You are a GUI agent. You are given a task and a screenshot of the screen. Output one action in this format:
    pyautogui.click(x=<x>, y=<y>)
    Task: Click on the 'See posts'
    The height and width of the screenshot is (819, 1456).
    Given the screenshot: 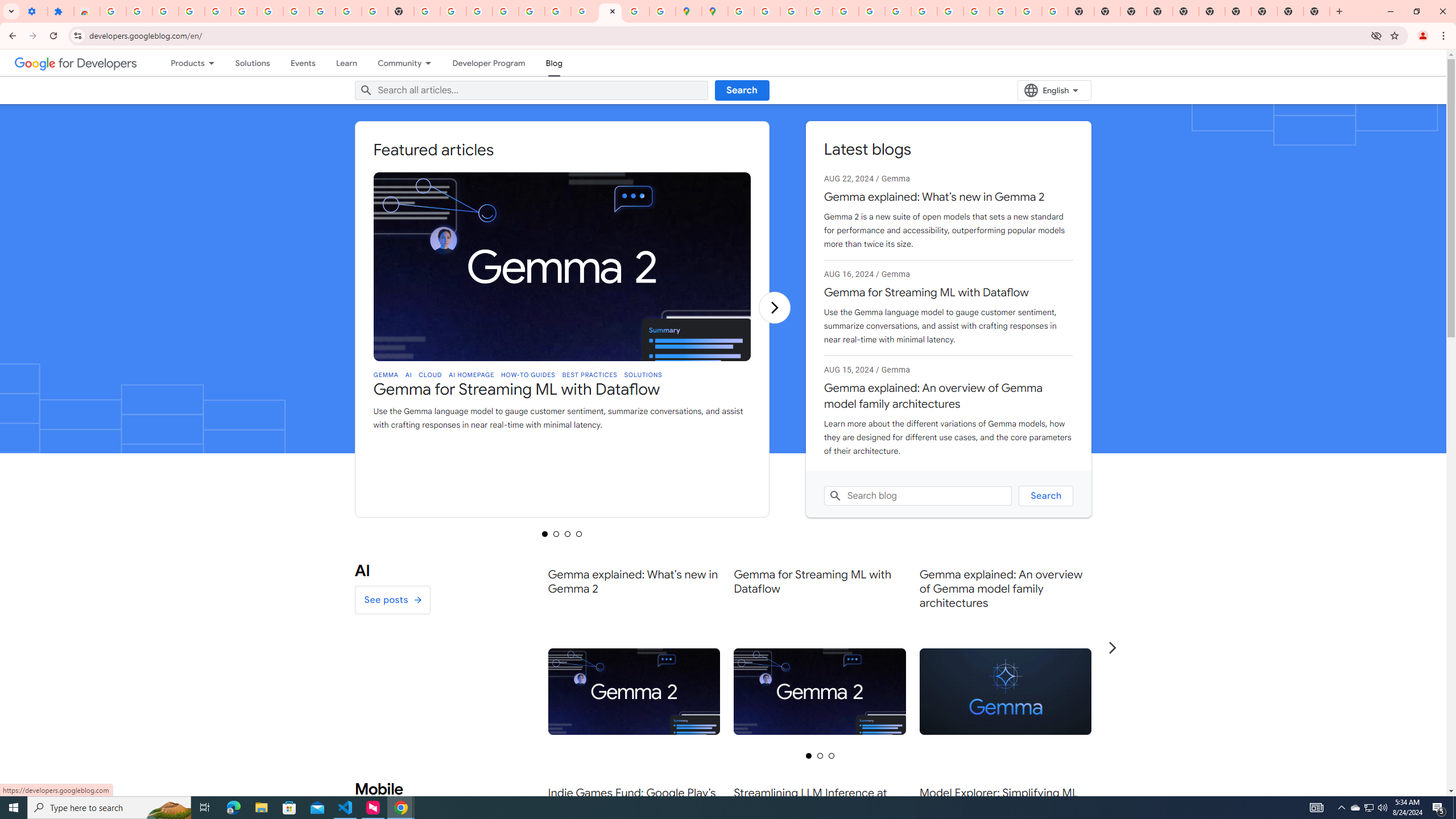 What is the action you would take?
    pyautogui.click(x=391, y=599)
    